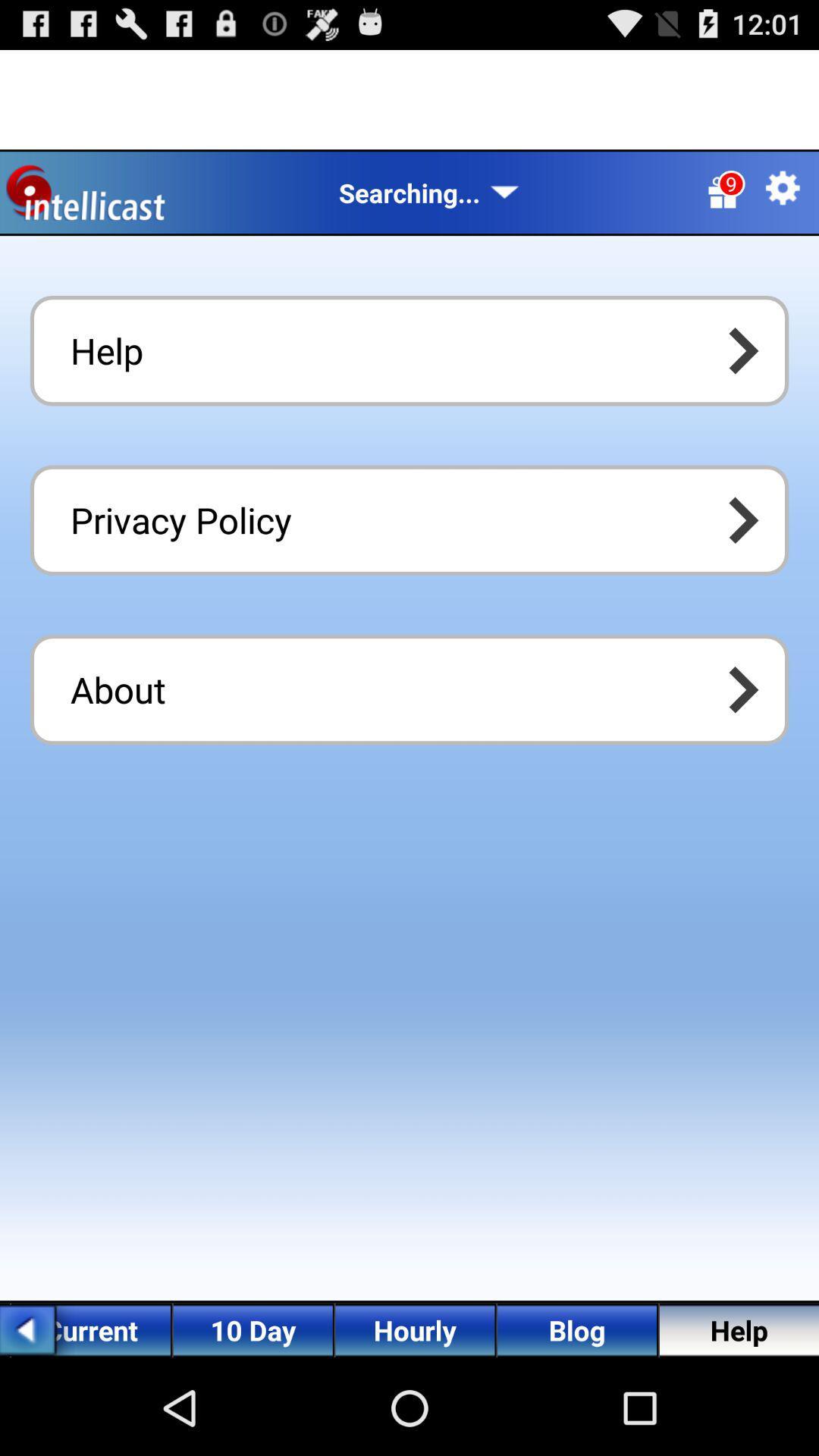 The image size is (819, 1456). What do you see at coordinates (783, 200) in the screenshot?
I see `the settings icon` at bounding box center [783, 200].